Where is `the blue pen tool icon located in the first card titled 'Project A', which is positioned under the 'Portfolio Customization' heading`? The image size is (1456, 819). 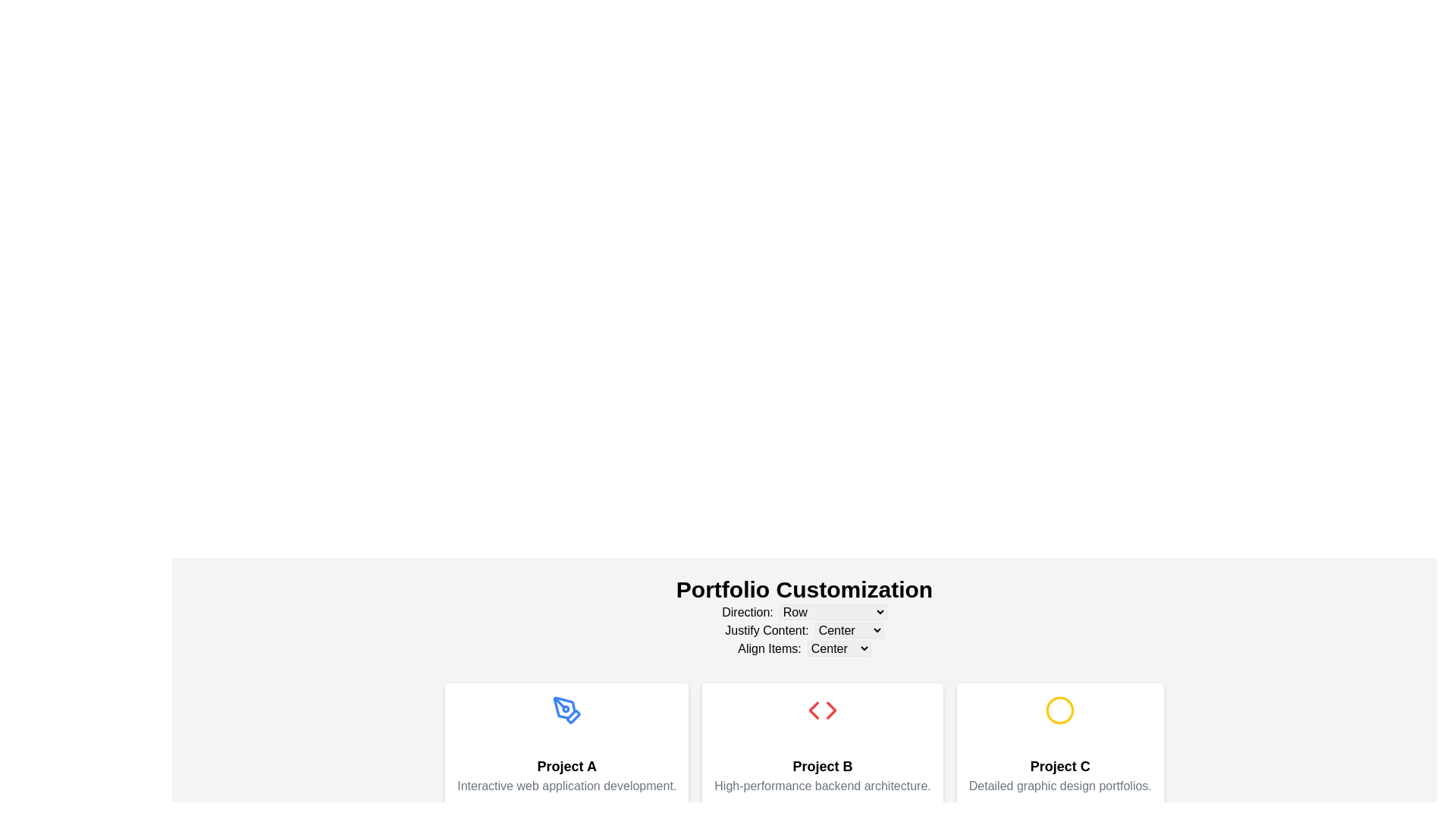
the blue pen tool icon located in the first card titled 'Project A', which is positioned under the 'Portfolio Customization' heading is located at coordinates (566, 718).